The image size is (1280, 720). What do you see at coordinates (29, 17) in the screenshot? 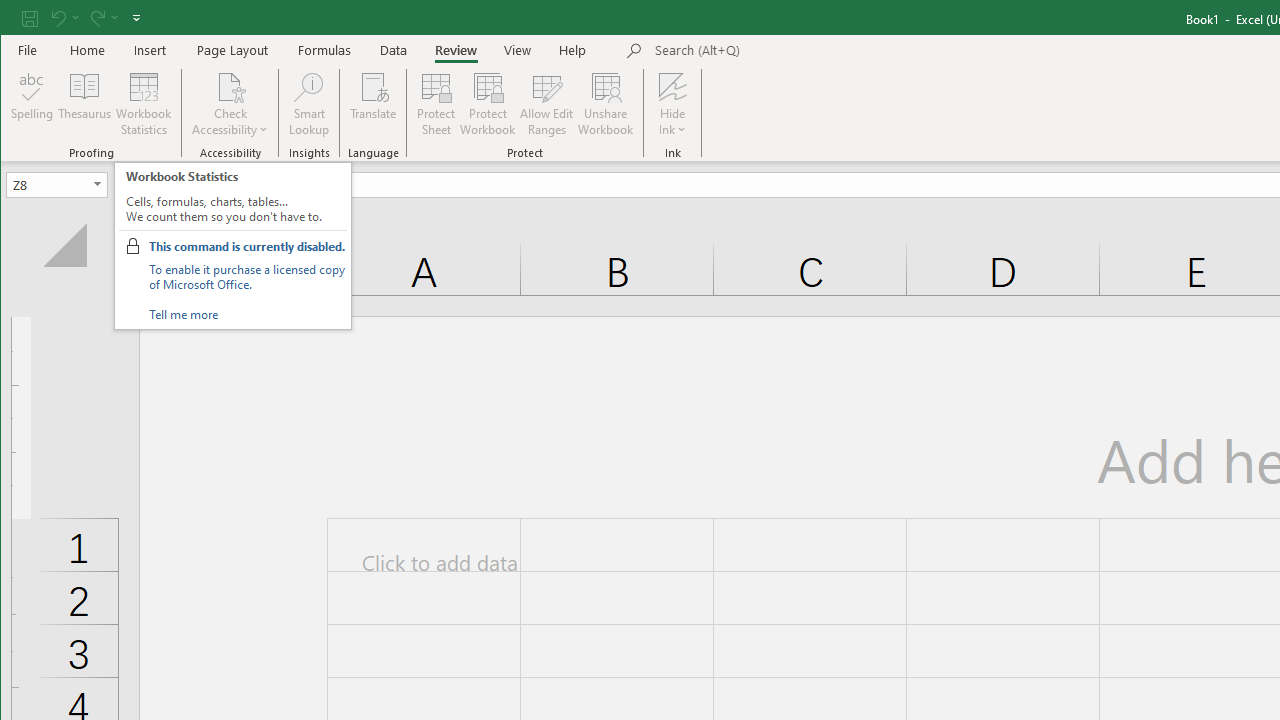
I see `'Save'` at bounding box center [29, 17].